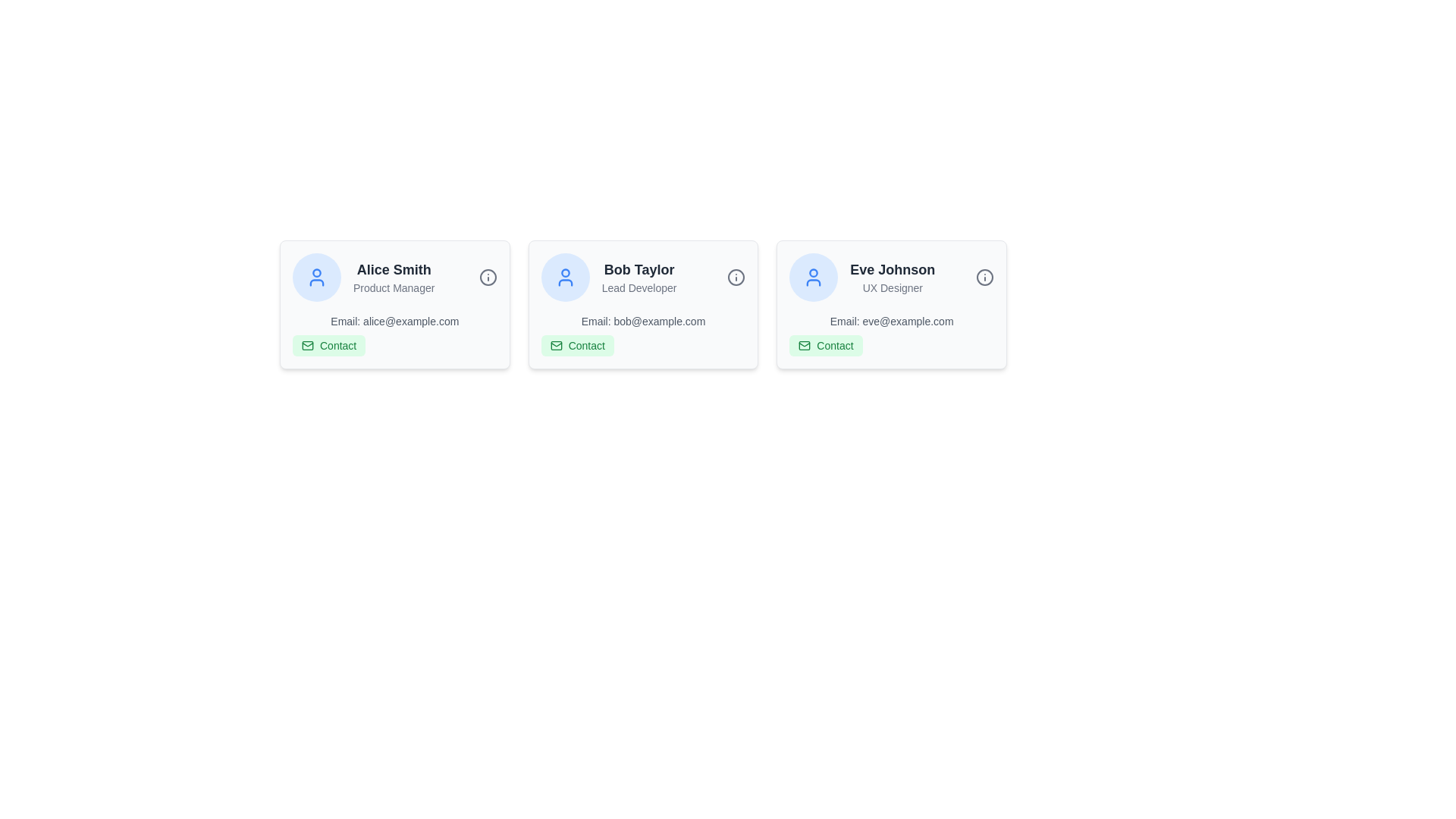 The width and height of the screenshot is (1456, 819). Describe the element at coordinates (825, 345) in the screenshot. I see `the contact action button located beneath the email address 'eve@example.com' in the card for 'Eve Johnson'` at that location.